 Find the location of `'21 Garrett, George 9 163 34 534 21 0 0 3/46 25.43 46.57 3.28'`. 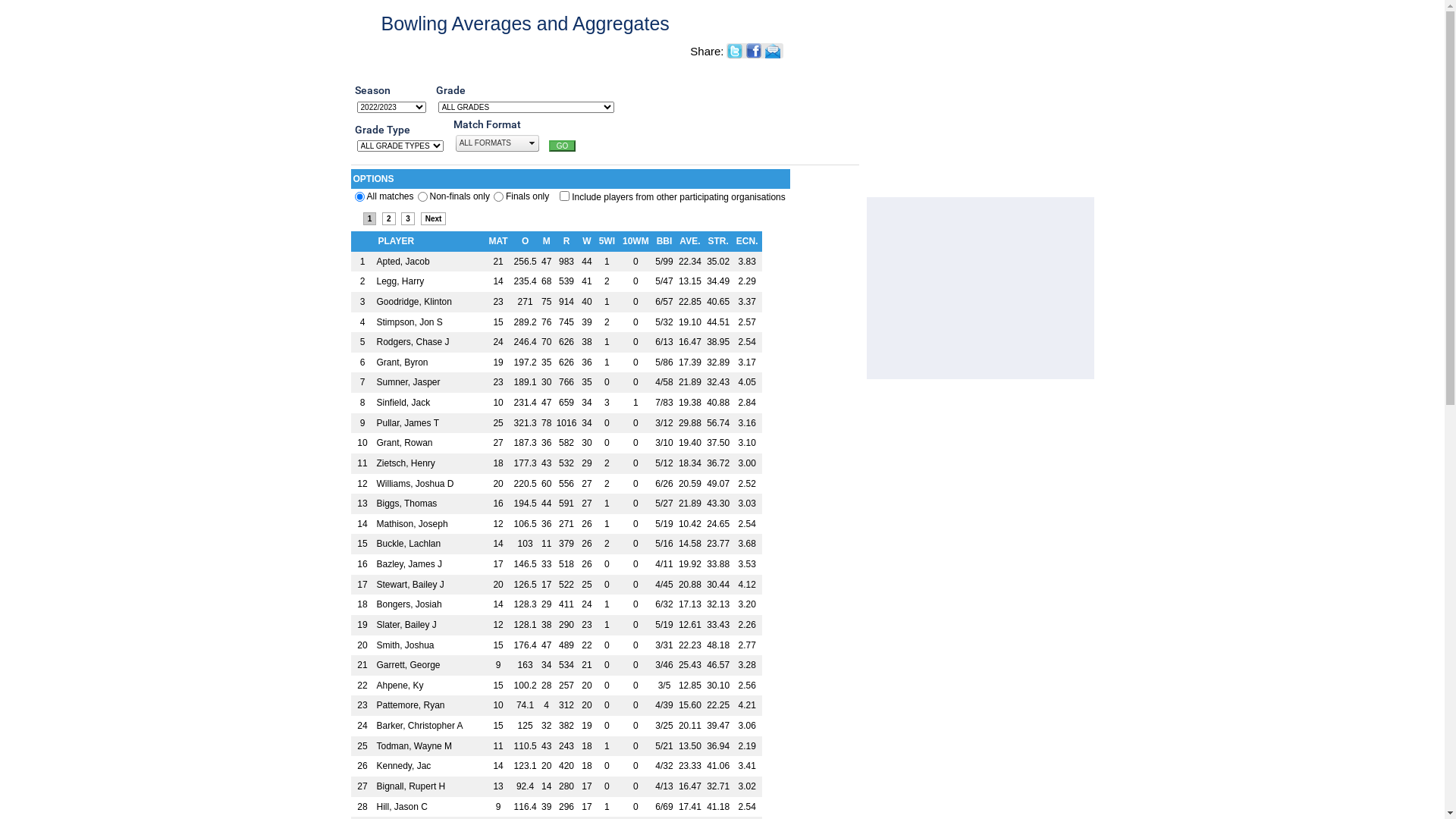

'21 Garrett, George 9 163 34 534 21 0 0 3/46 25.43 46.57 3.28' is located at coordinates (555, 664).